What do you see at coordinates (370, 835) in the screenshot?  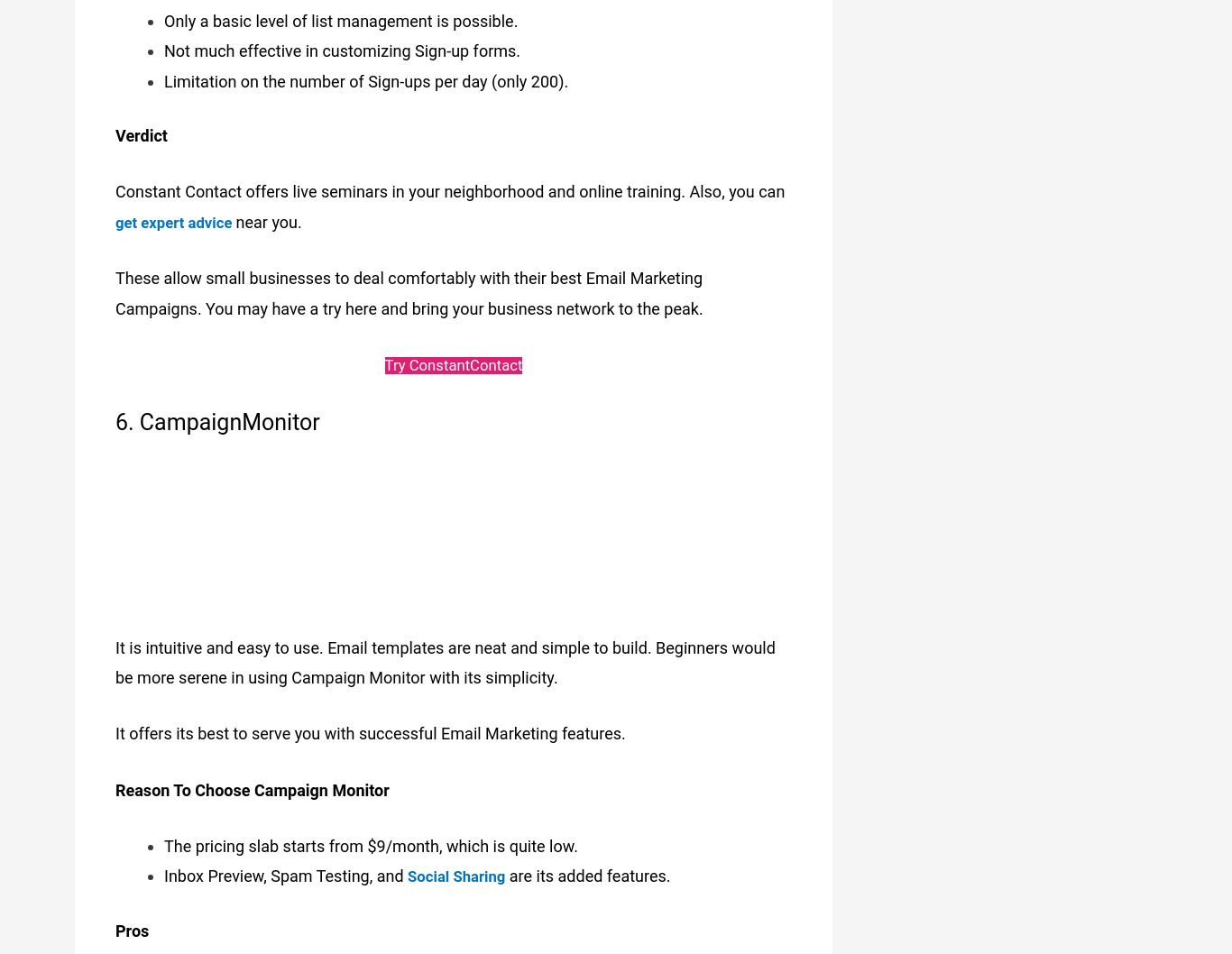 I see `'The pricing slab starts from $9/month, which is quite low.'` at bounding box center [370, 835].